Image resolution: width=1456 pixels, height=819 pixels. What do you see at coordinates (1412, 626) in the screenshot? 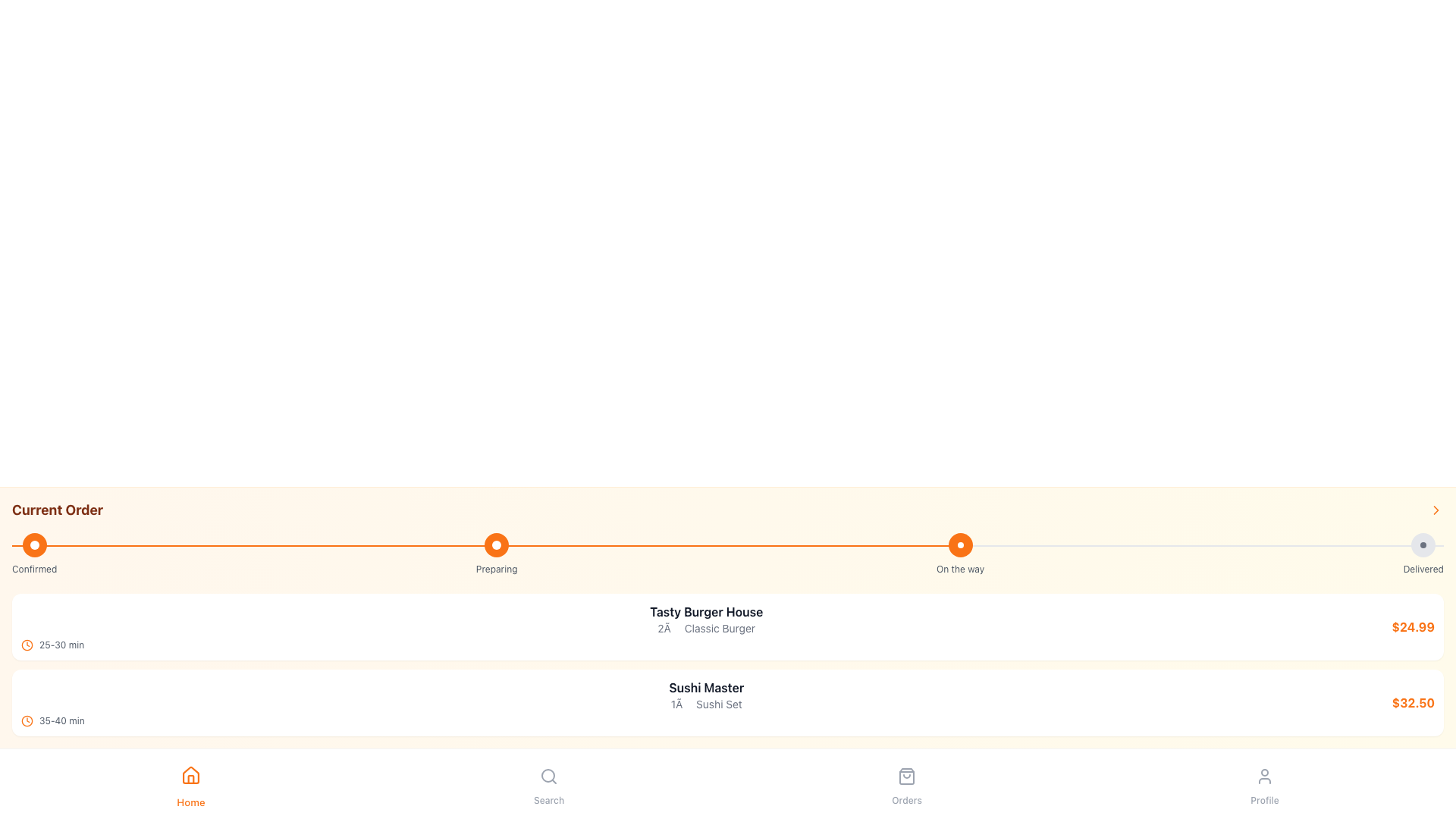
I see `displayed price from the Text Display located at the top-right corner of the order card, which shows crucial pricing details for the specific item` at bounding box center [1412, 626].